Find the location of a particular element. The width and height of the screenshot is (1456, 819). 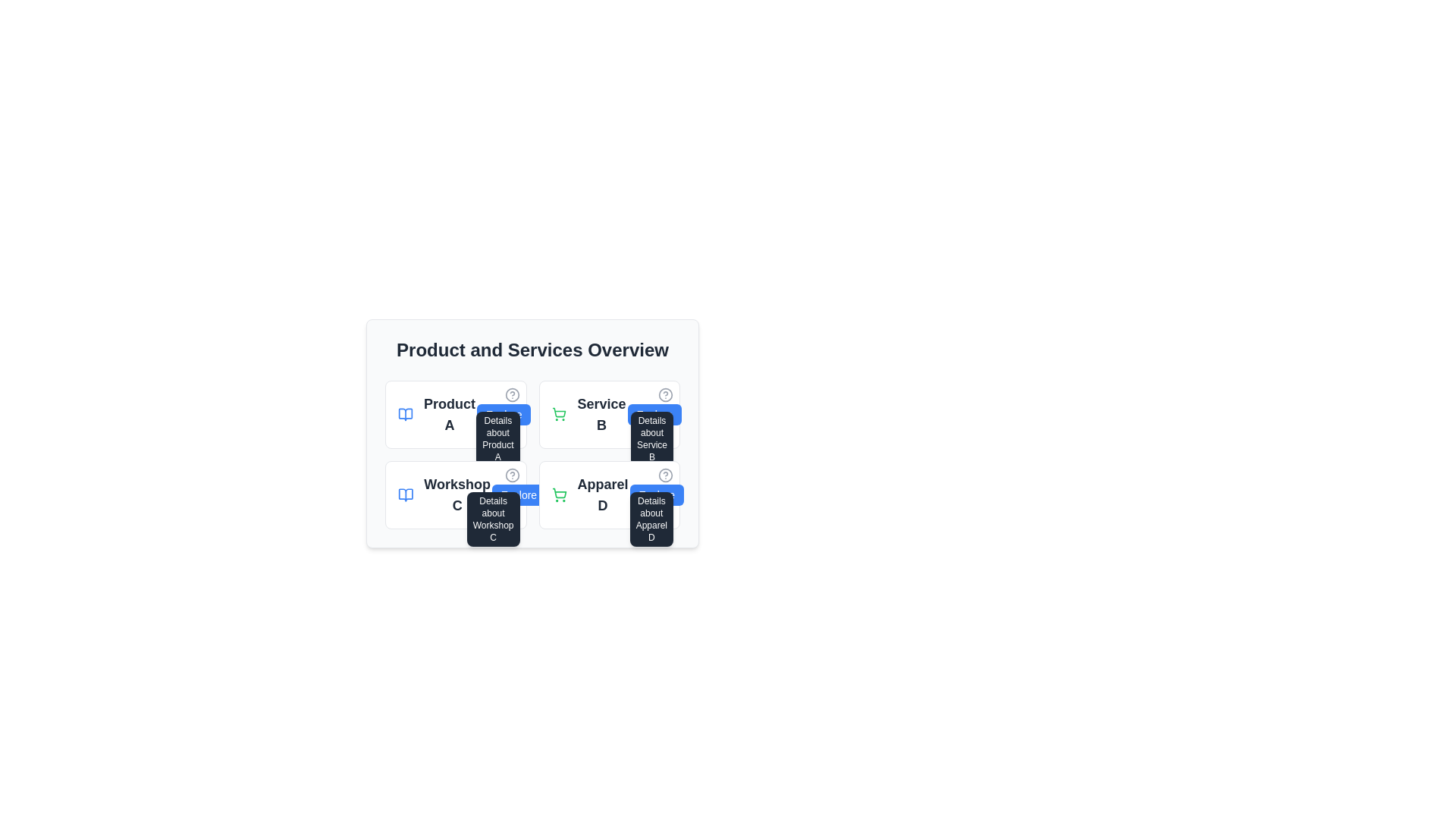

the shopping cart icon located to the left of the Informational Panel for 'Service B', which is positioned centrally between the green shopping cart icon and the blue 'Explore' button is located at coordinates (609, 415).